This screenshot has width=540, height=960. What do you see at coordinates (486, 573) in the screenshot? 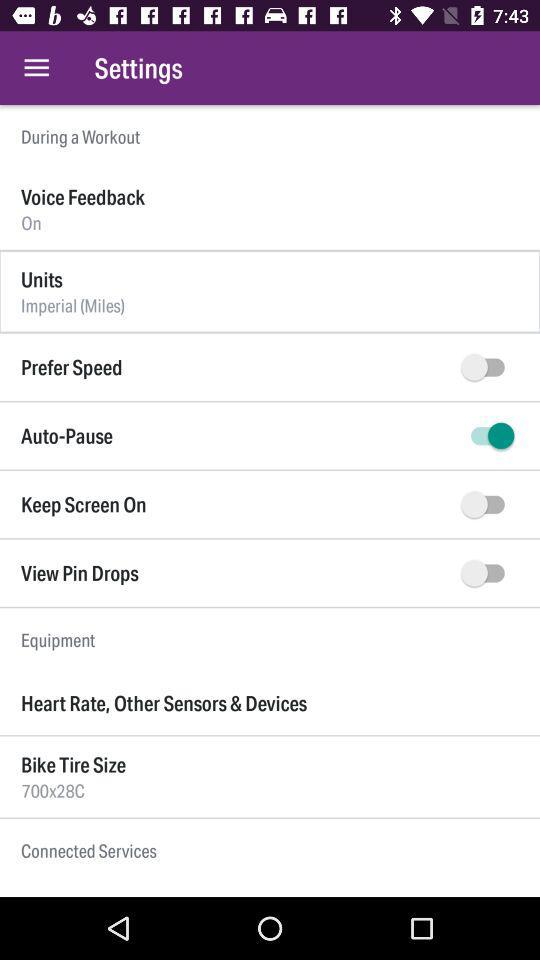
I see `viewing pin drops` at bounding box center [486, 573].